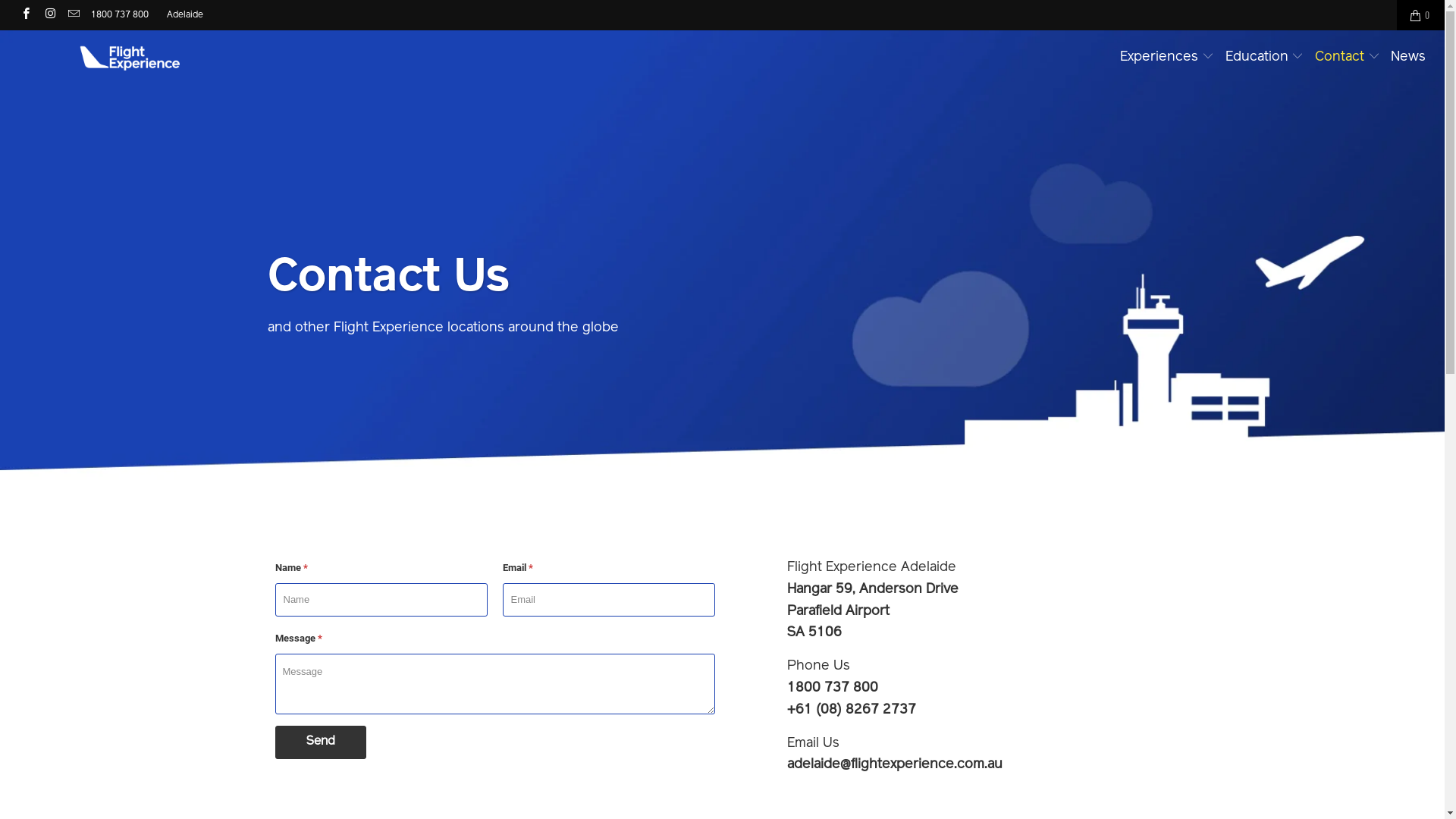  I want to click on 'Contact', so click(1313, 58).